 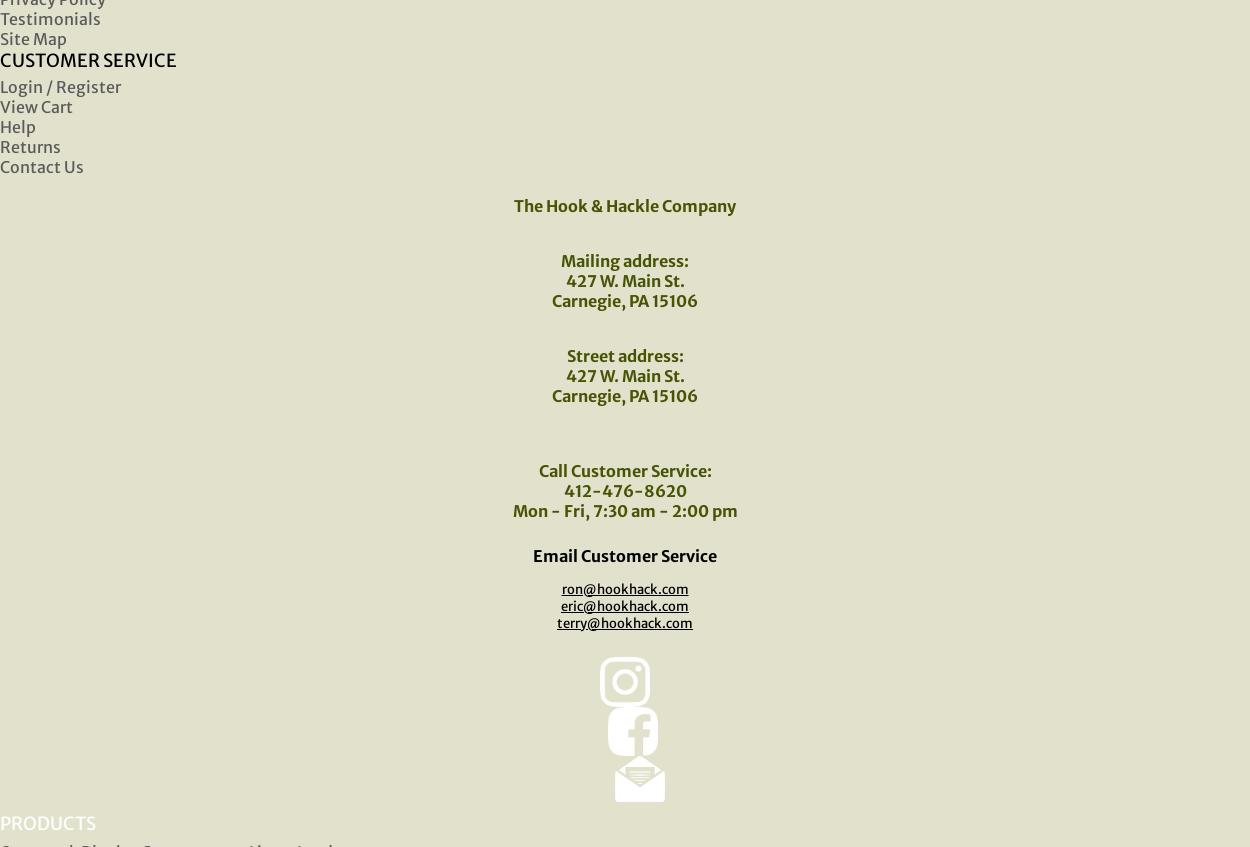 What do you see at coordinates (514, 204) in the screenshot?
I see `'The Hook & Hackle Company'` at bounding box center [514, 204].